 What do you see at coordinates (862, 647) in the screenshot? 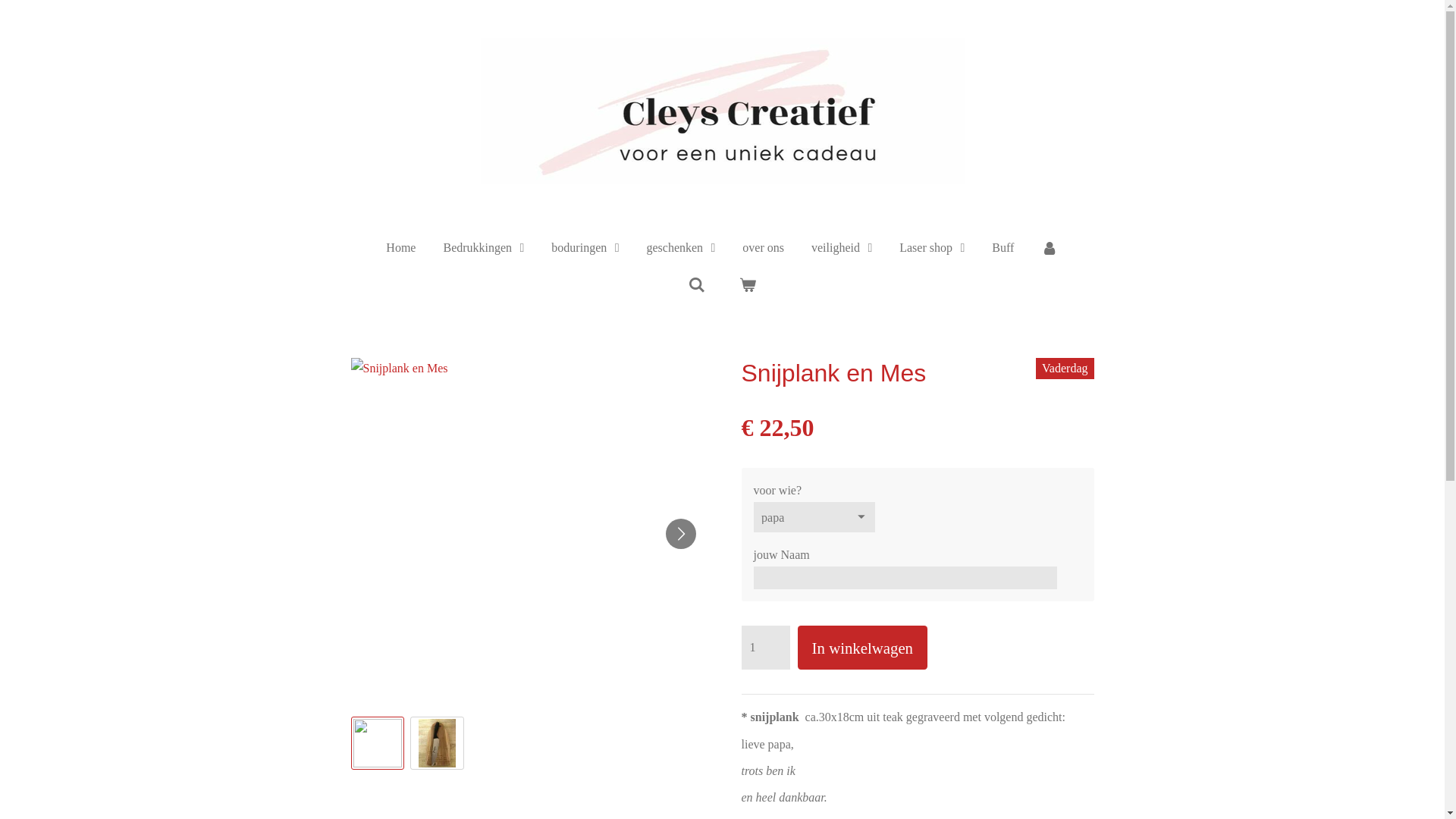
I see `'In winkelwagen'` at bounding box center [862, 647].